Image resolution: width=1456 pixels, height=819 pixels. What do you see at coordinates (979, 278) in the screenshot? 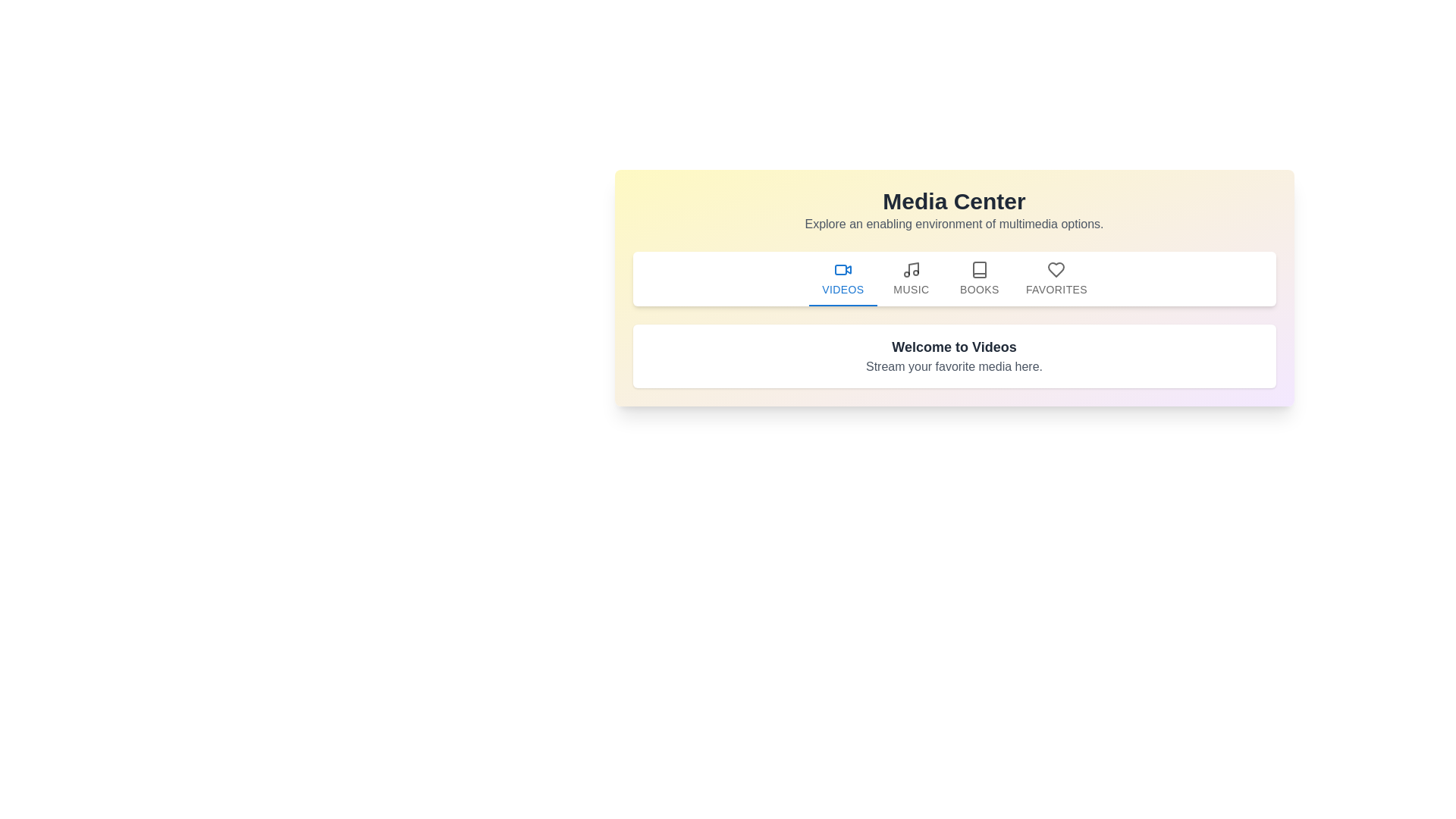
I see `the 'Books' tab in the 'Media Center' navigation section` at bounding box center [979, 278].